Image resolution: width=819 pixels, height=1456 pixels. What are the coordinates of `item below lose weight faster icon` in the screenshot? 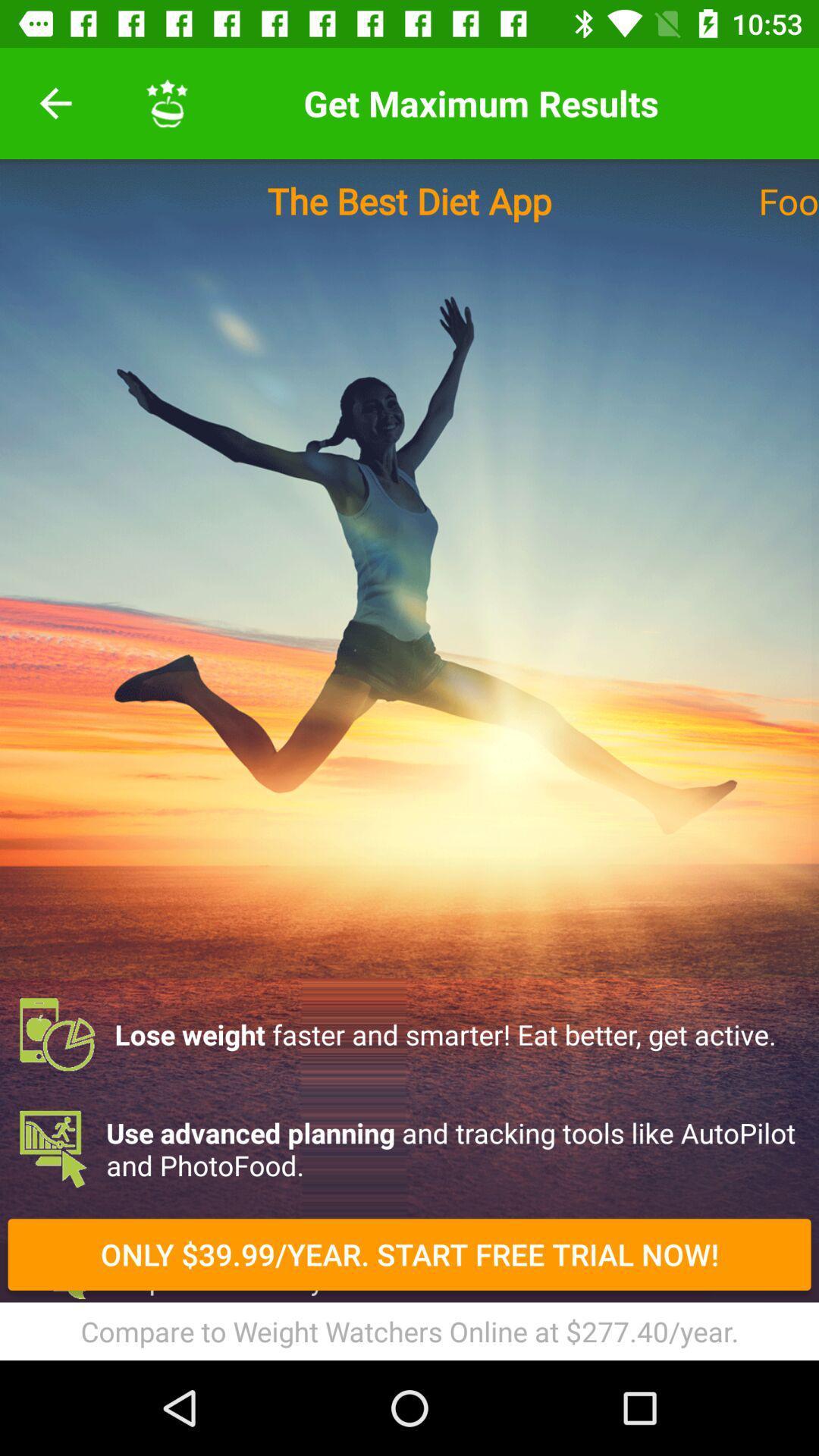 It's located at (409, 1149).